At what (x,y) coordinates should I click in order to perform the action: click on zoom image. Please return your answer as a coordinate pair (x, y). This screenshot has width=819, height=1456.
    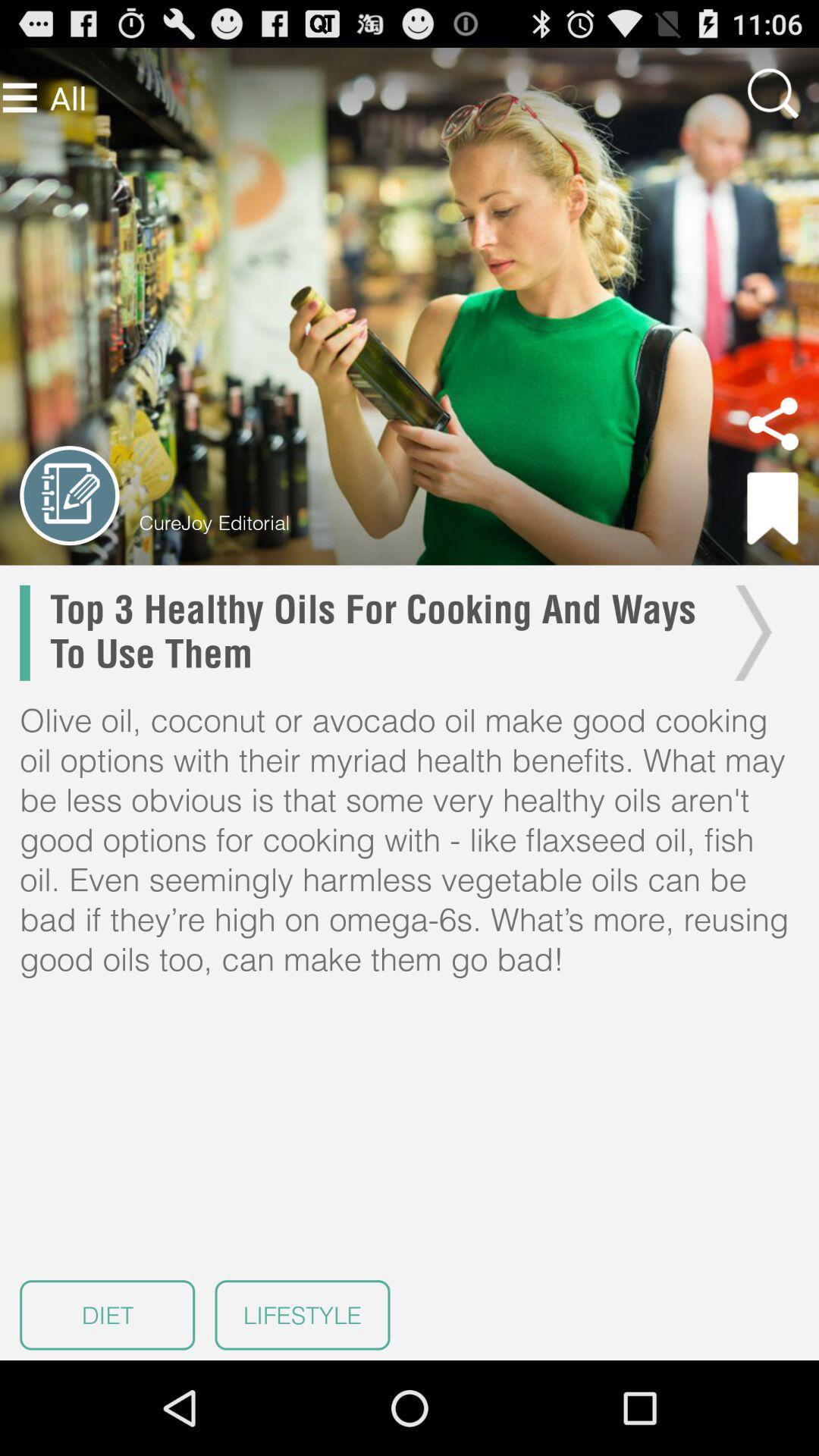
    Looking at the image, I should click on (773, 93).